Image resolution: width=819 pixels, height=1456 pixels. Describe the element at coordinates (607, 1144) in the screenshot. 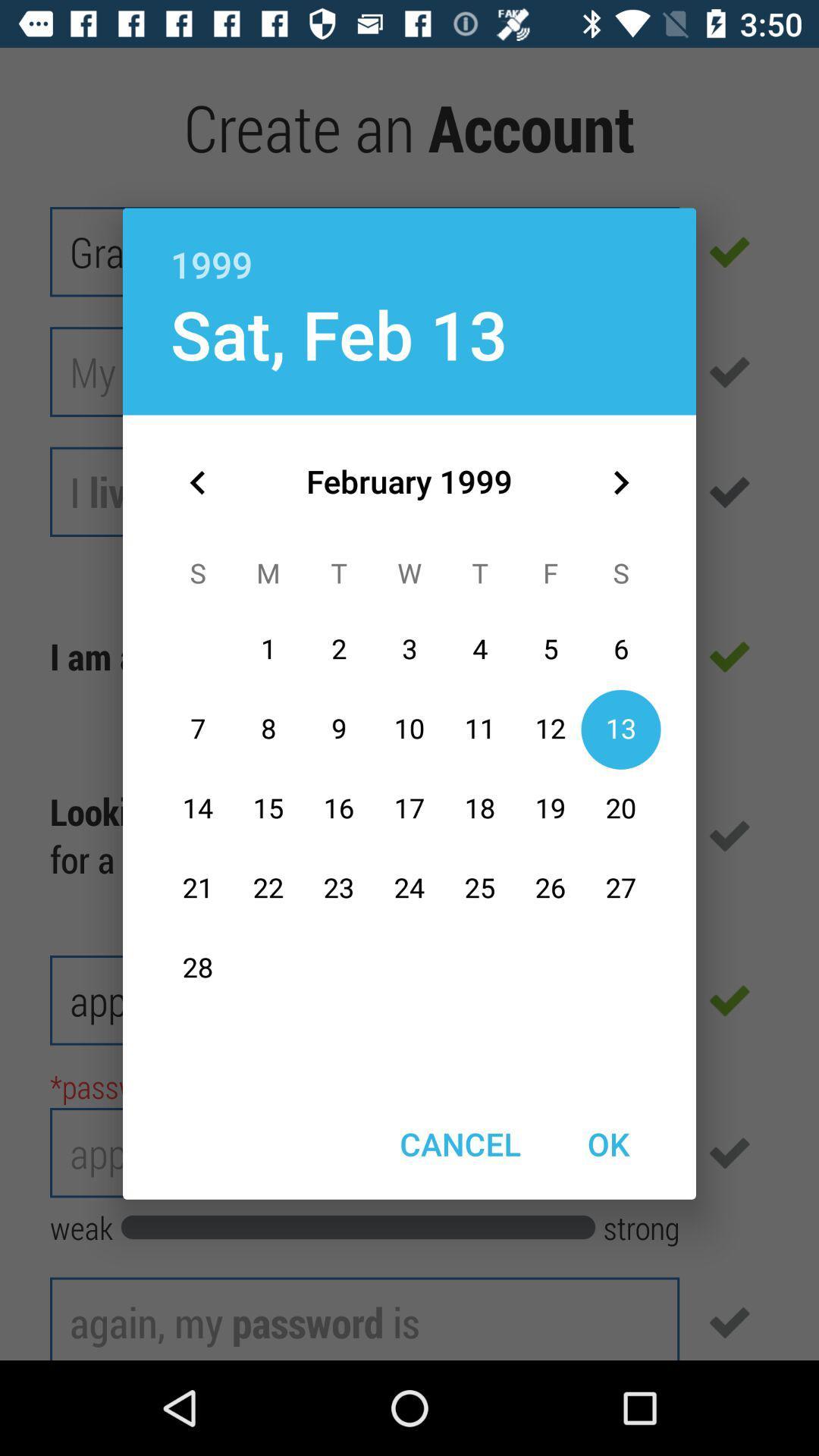

I see `the ok at the bottom right corner` at that location.